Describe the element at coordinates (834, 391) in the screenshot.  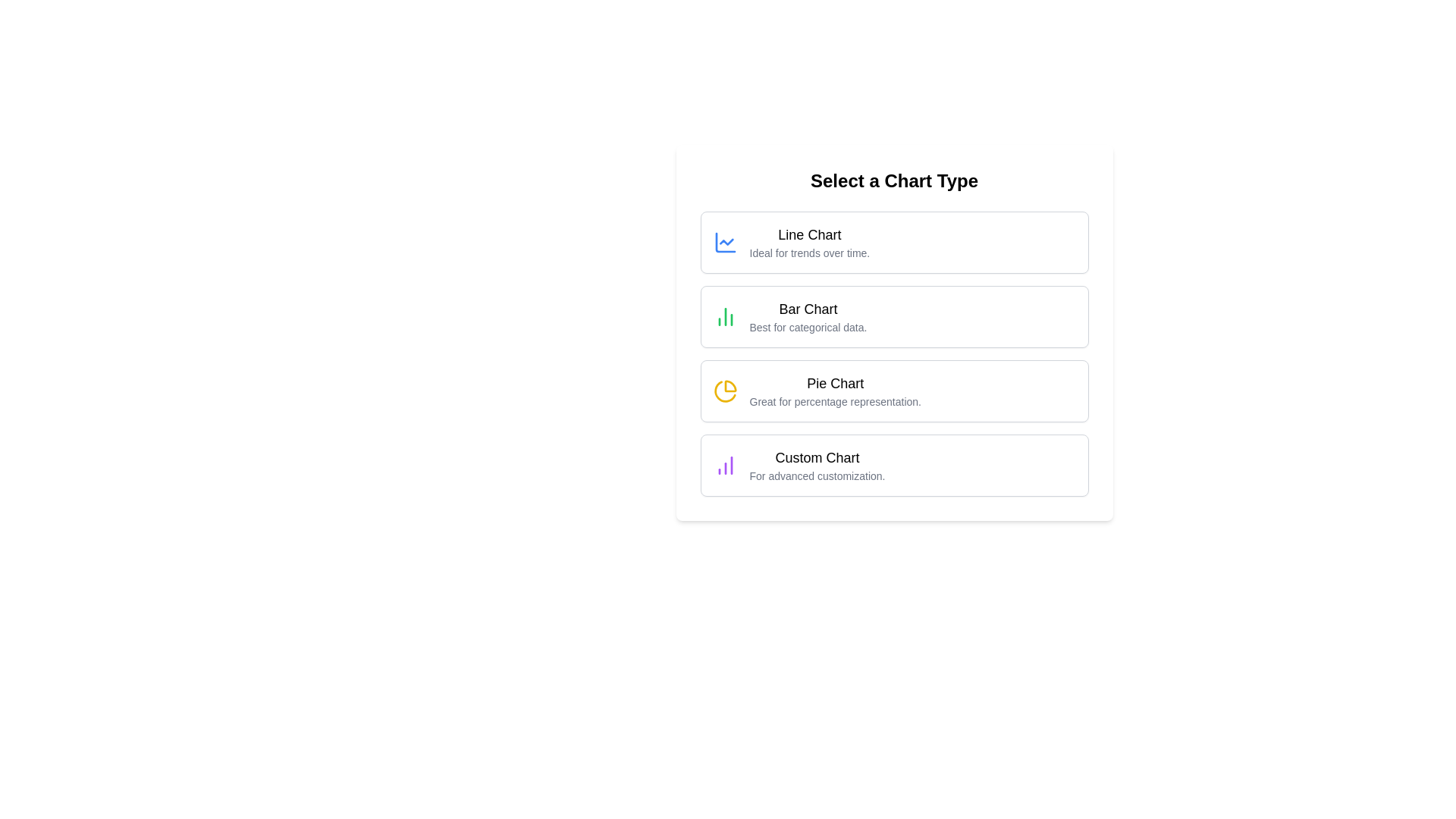
I see `the 'Pie Chart' text label within the selectable card interface` at that location.